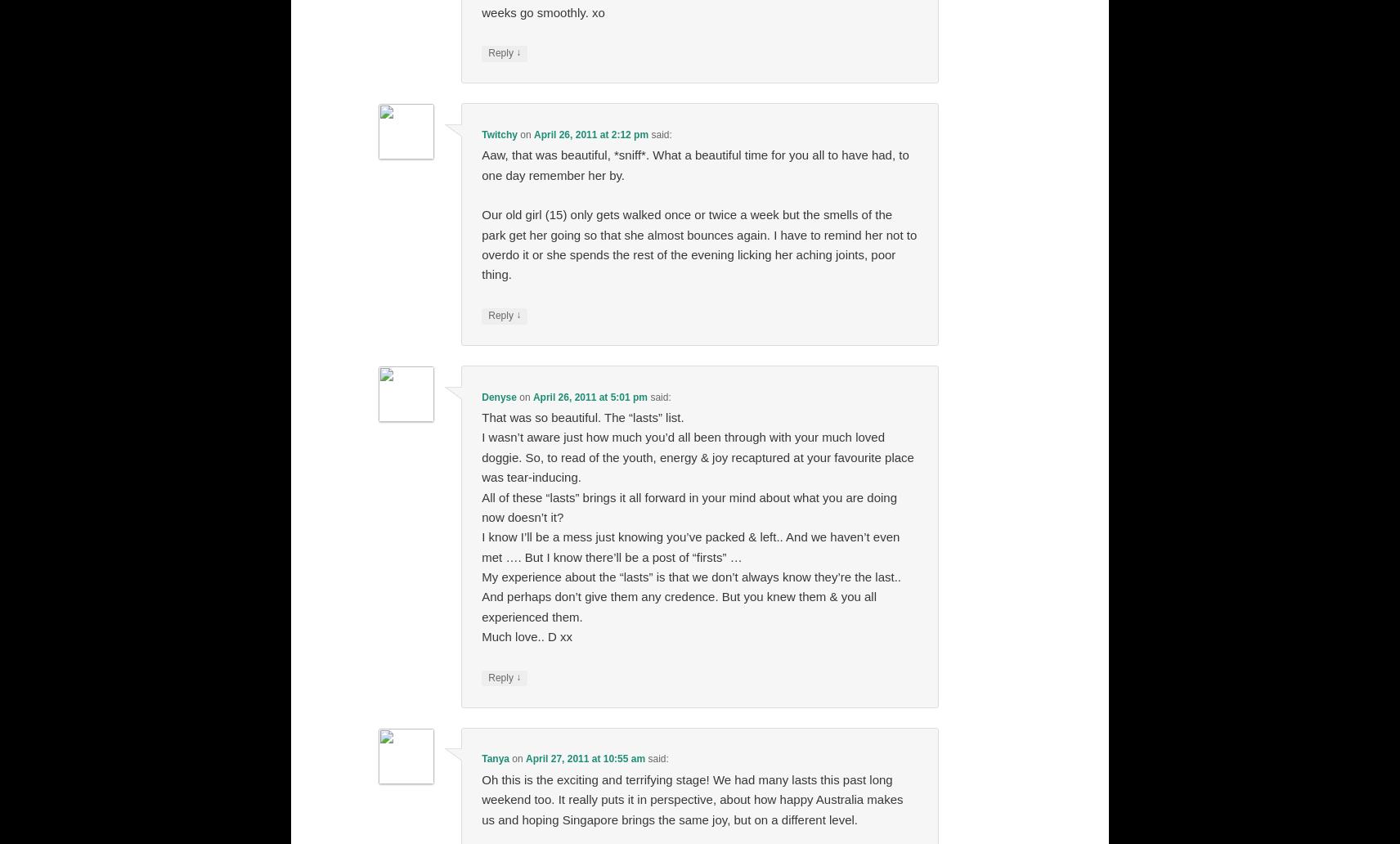 This screenshot has height=844, width=1400. I want to click on 'Denyse', so click(497, 396).